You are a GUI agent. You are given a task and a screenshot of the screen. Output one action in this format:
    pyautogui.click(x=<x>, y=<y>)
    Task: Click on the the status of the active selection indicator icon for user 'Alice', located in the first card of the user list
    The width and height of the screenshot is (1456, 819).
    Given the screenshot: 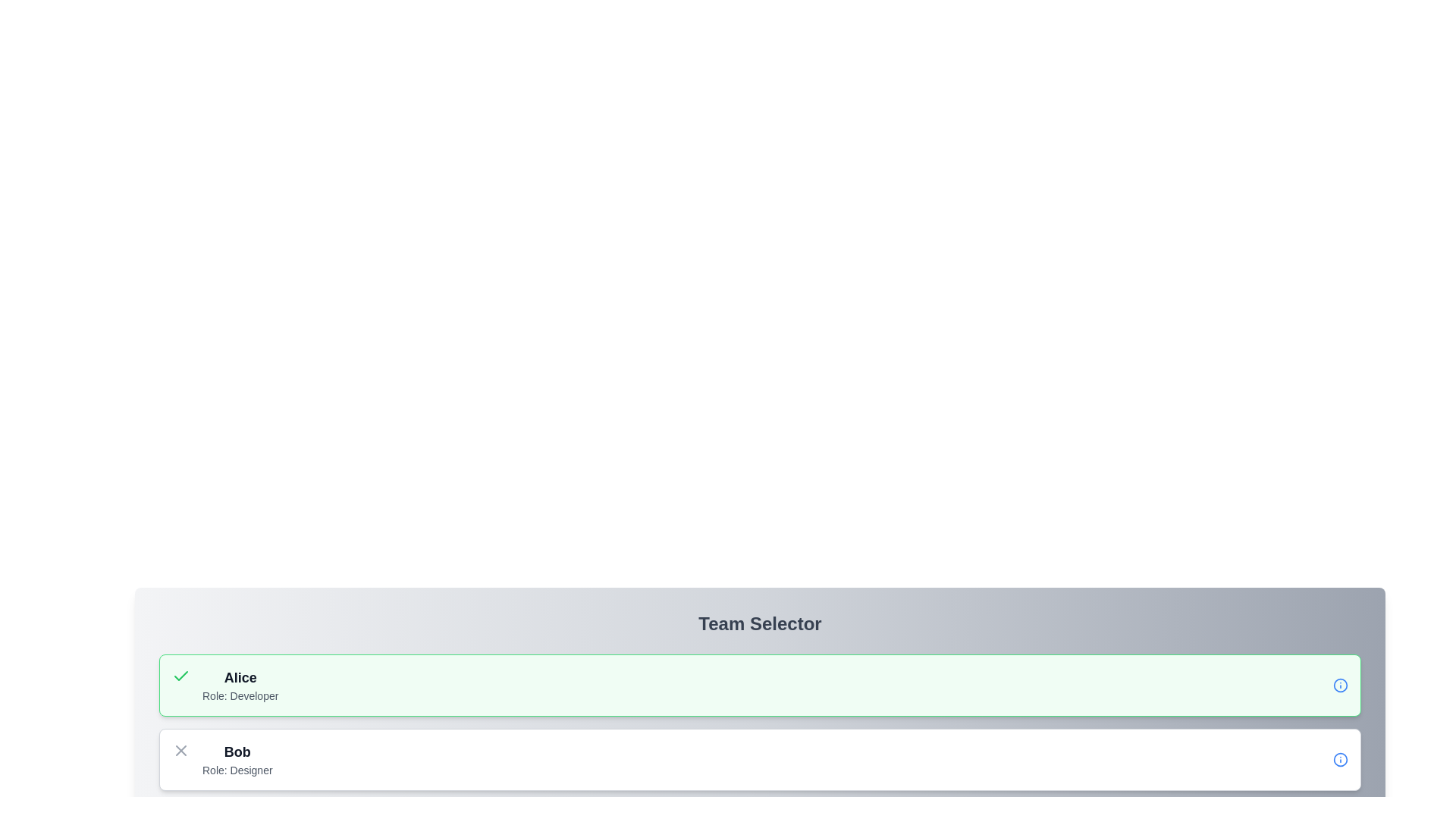 What is the action you would take?
    pyautogui.click(x=181, y=675)
    